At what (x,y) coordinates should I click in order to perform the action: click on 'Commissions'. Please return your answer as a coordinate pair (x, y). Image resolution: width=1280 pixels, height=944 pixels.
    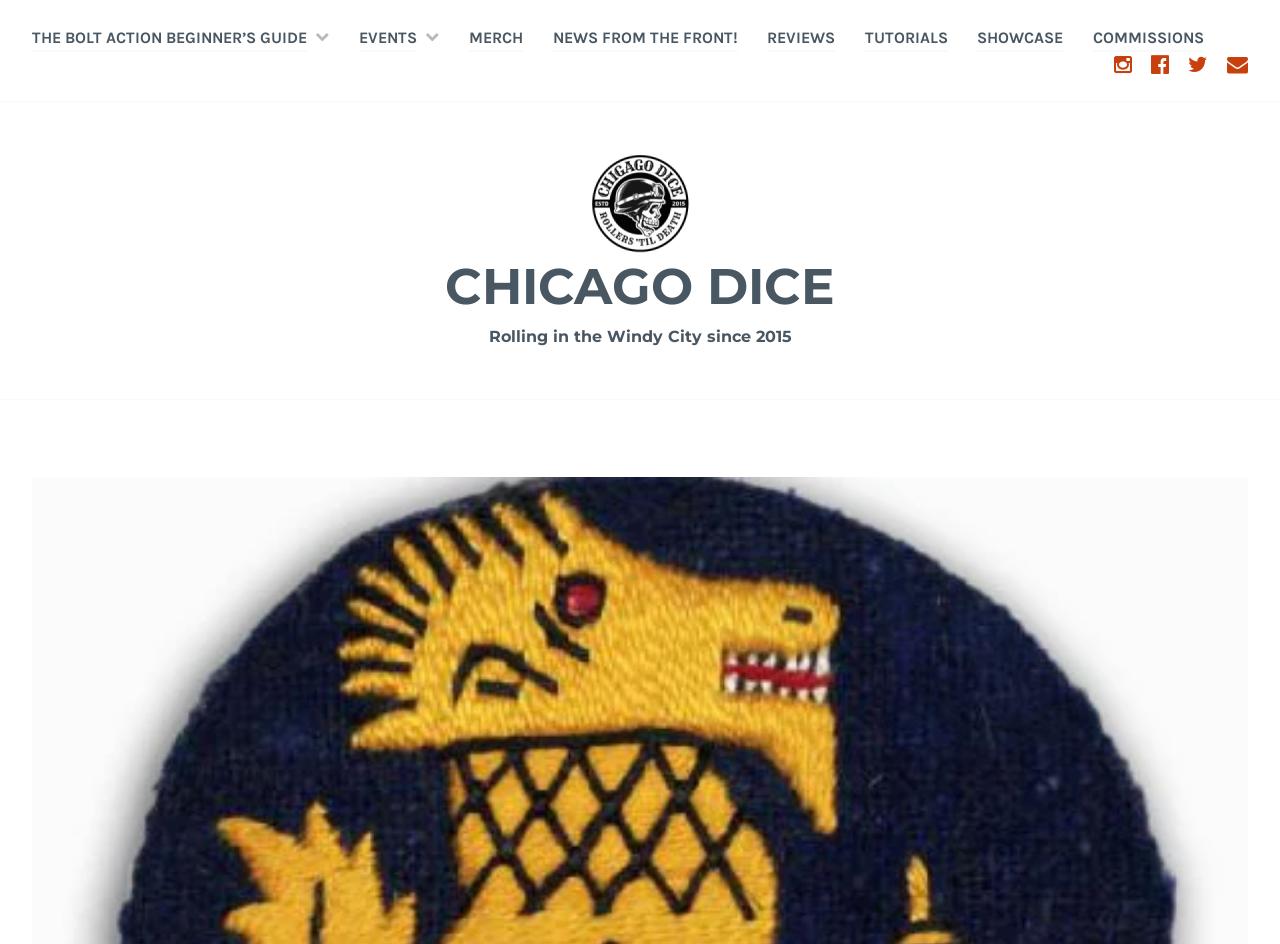
    Looking at the image, I should click on (1147, 36).